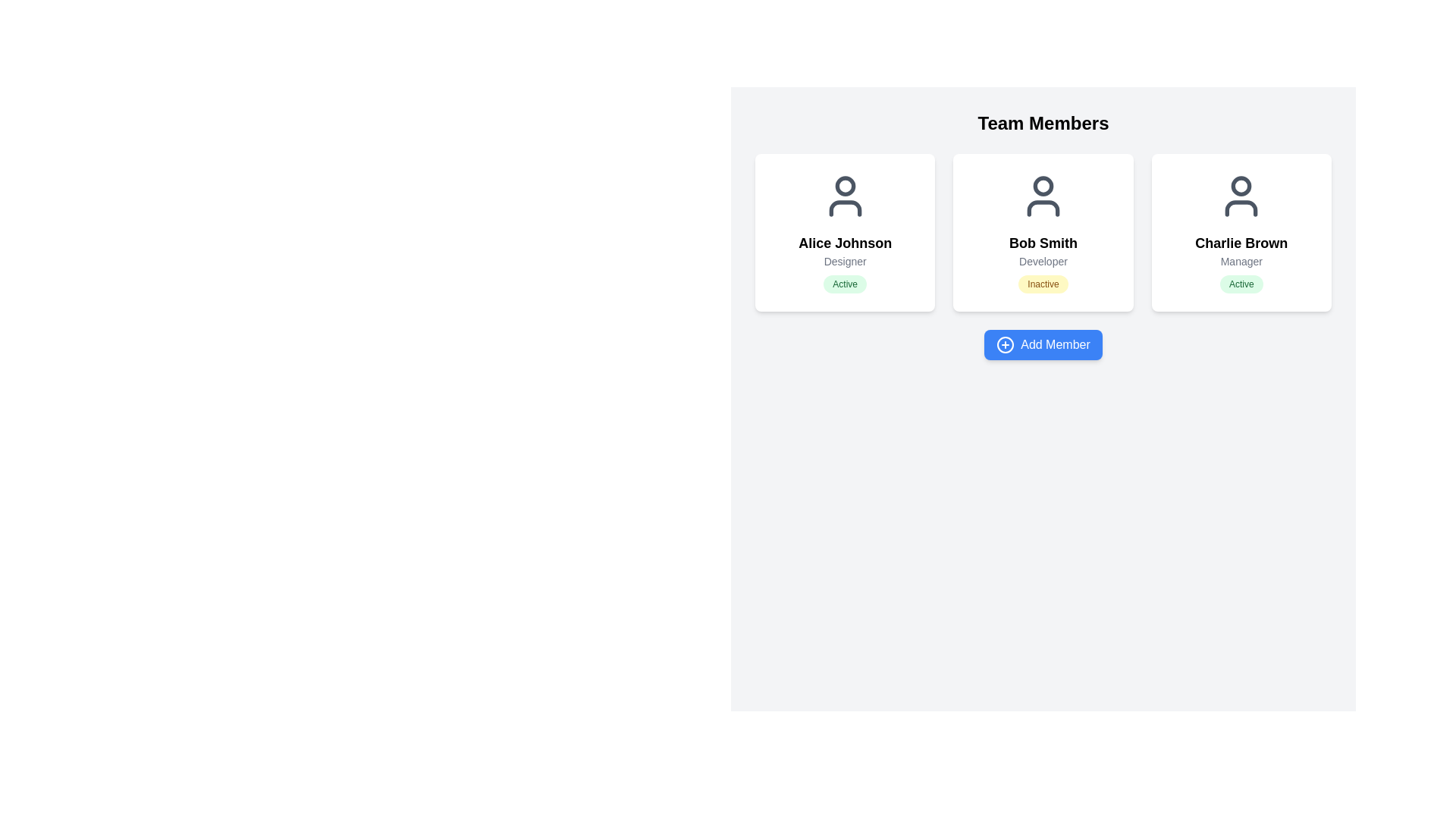 The width and height of the screenshot is (1456, 819). What do you see at coordinates (844, 242) in the screenshot?
I see `the Text Label displaying 'Alice Johnson' that identifies the person in the middle card of the 'Team Members' section` at bounding box center [844, 242].